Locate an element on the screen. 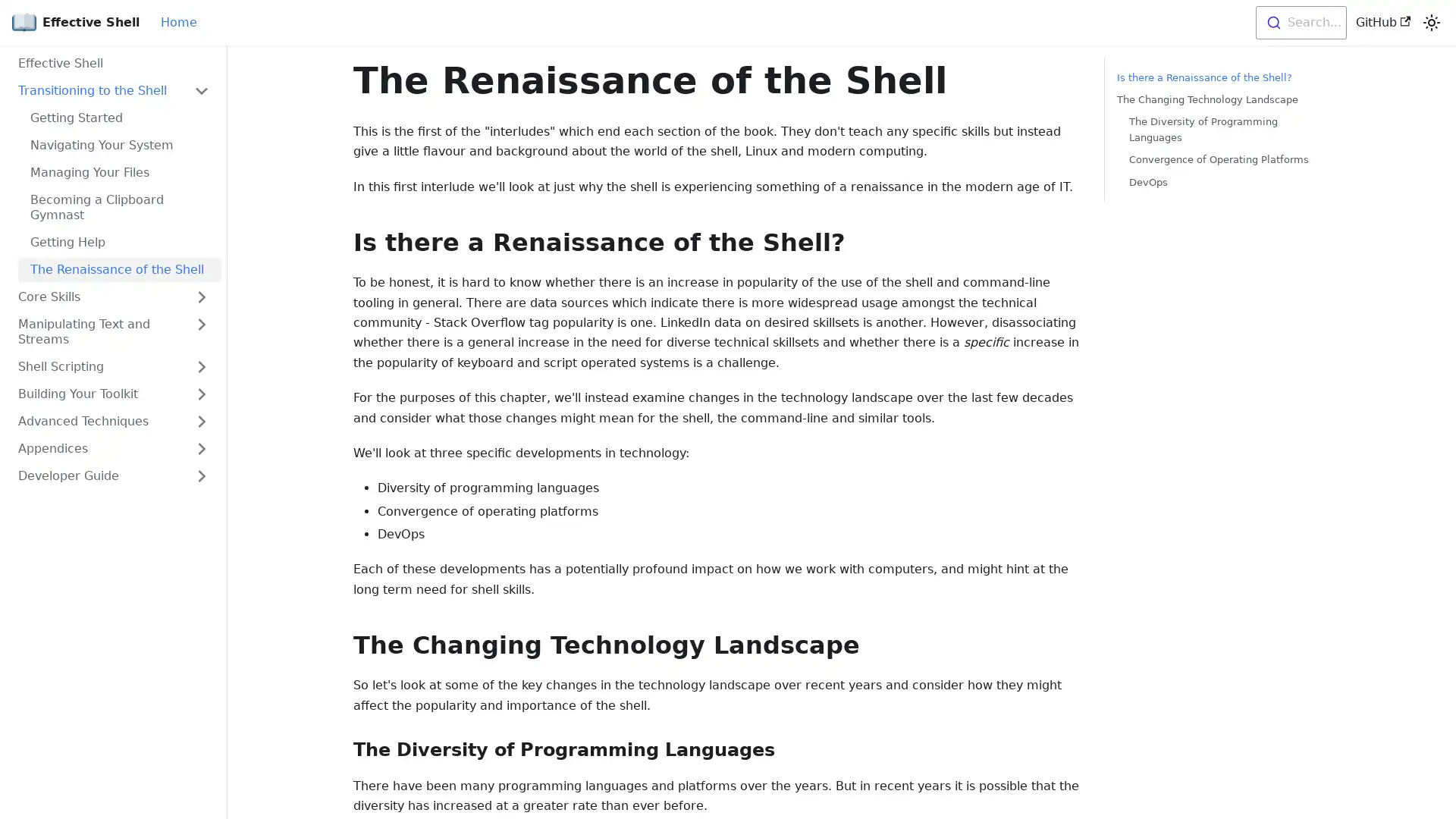  Toggle the collapsible sidebar category 'Building Your Toolkit' is located at coordinates (200, 394).